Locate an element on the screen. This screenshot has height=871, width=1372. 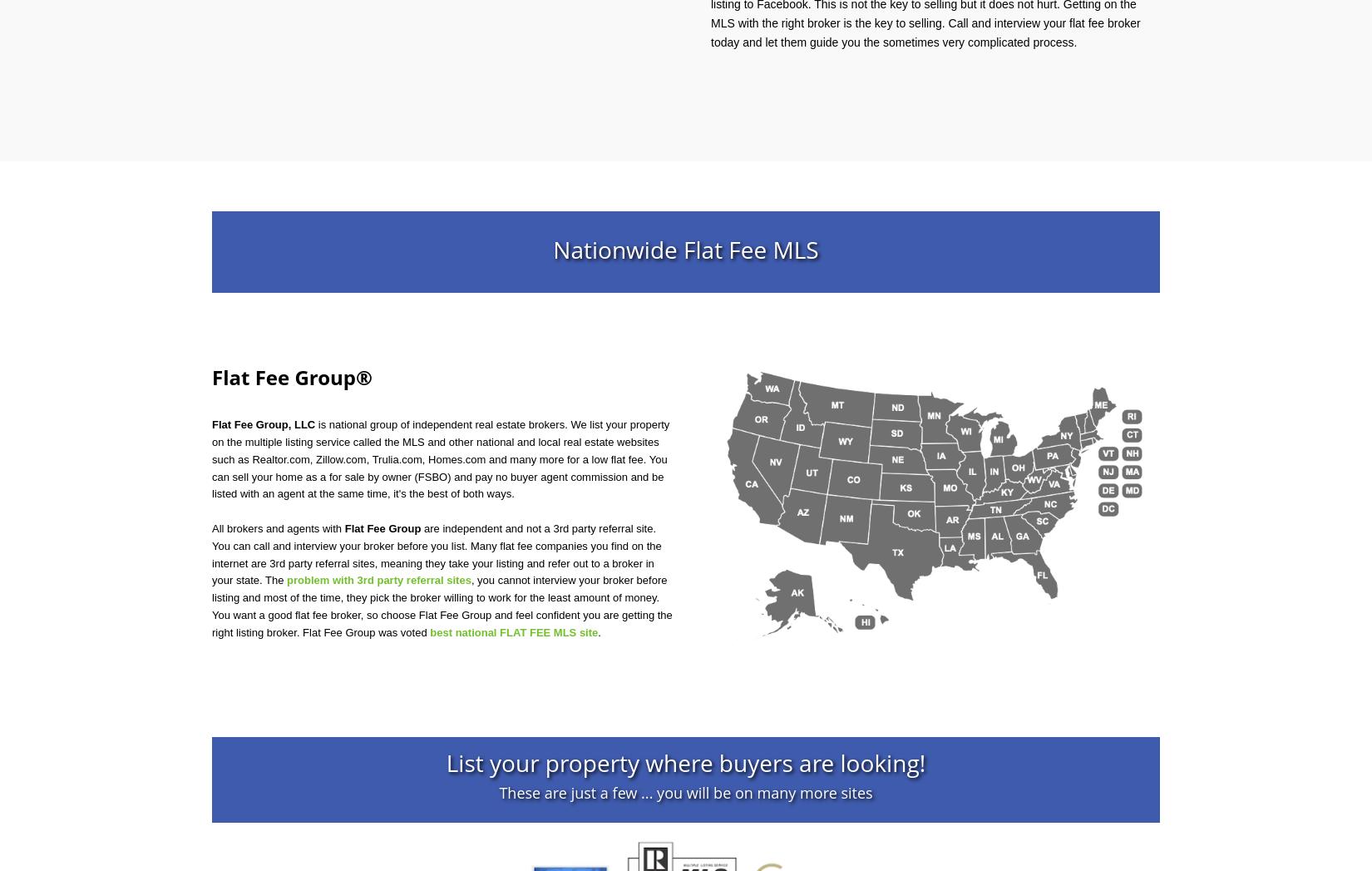
'Nationwide Flat Fee MLS' is located at coordinates (684, 248).